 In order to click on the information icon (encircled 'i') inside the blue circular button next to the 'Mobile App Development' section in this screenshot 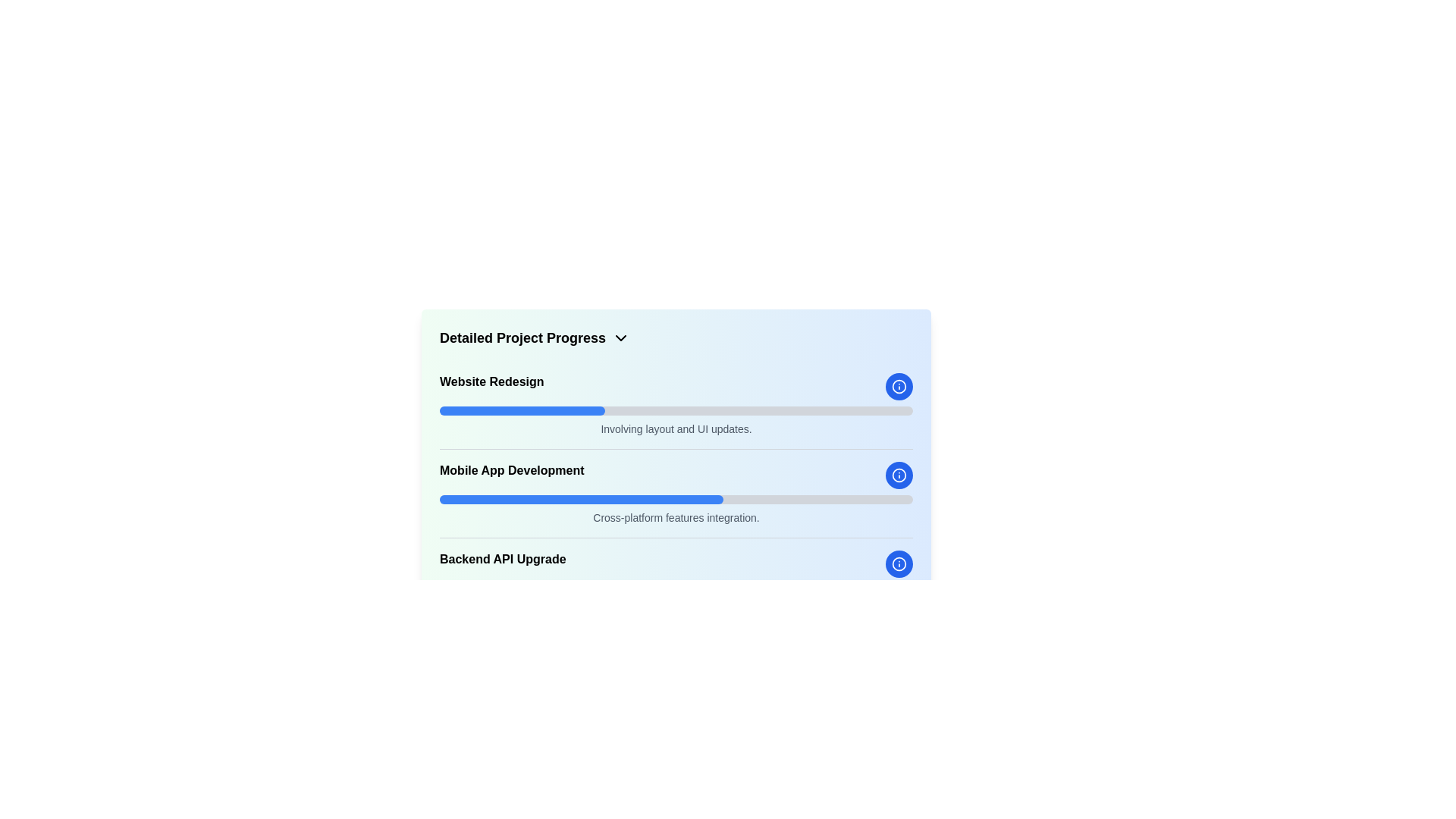, I will do `click(899, 385)`.